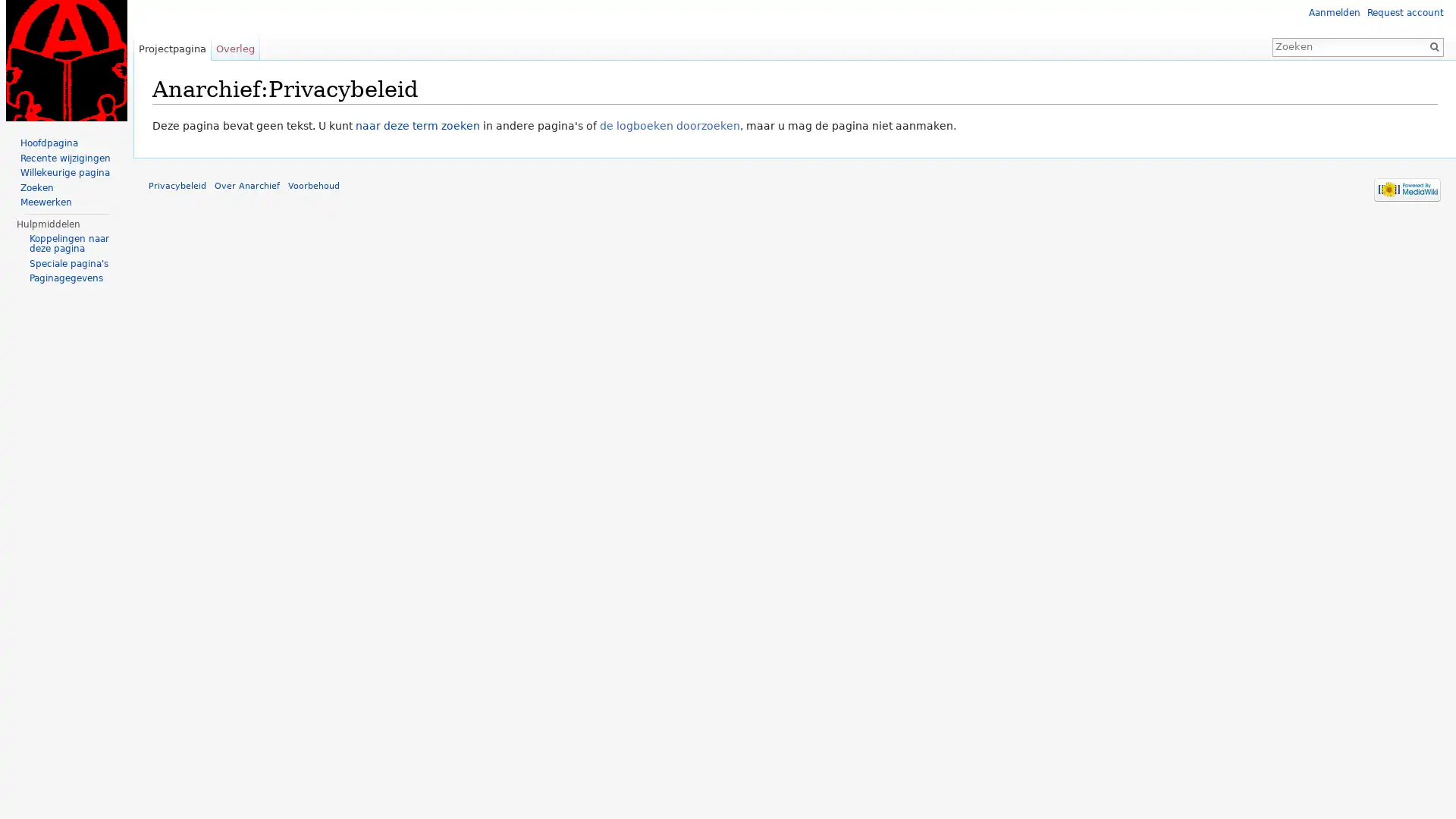 Image resolution: width=1456 pixels, height=819 pixels. What do you see at coordinates (1433, 45) in the screenshot?
I see `OK` at bounding box center [1433, 45].